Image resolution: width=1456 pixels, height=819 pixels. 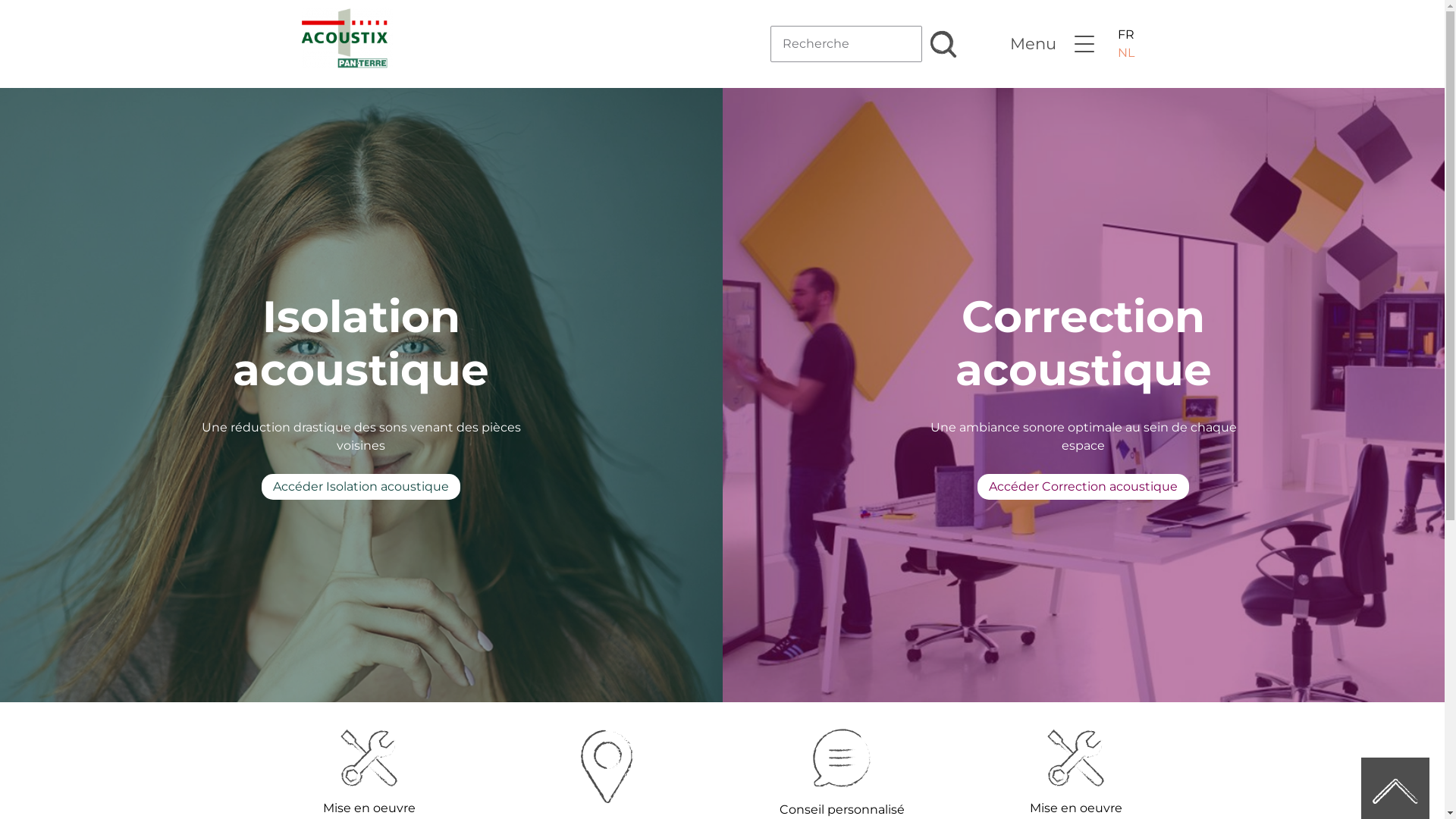 What do you see at coordinates (1125, 52) in the screenshot?
I see `'NL'` at bounding box center [1125, 52].